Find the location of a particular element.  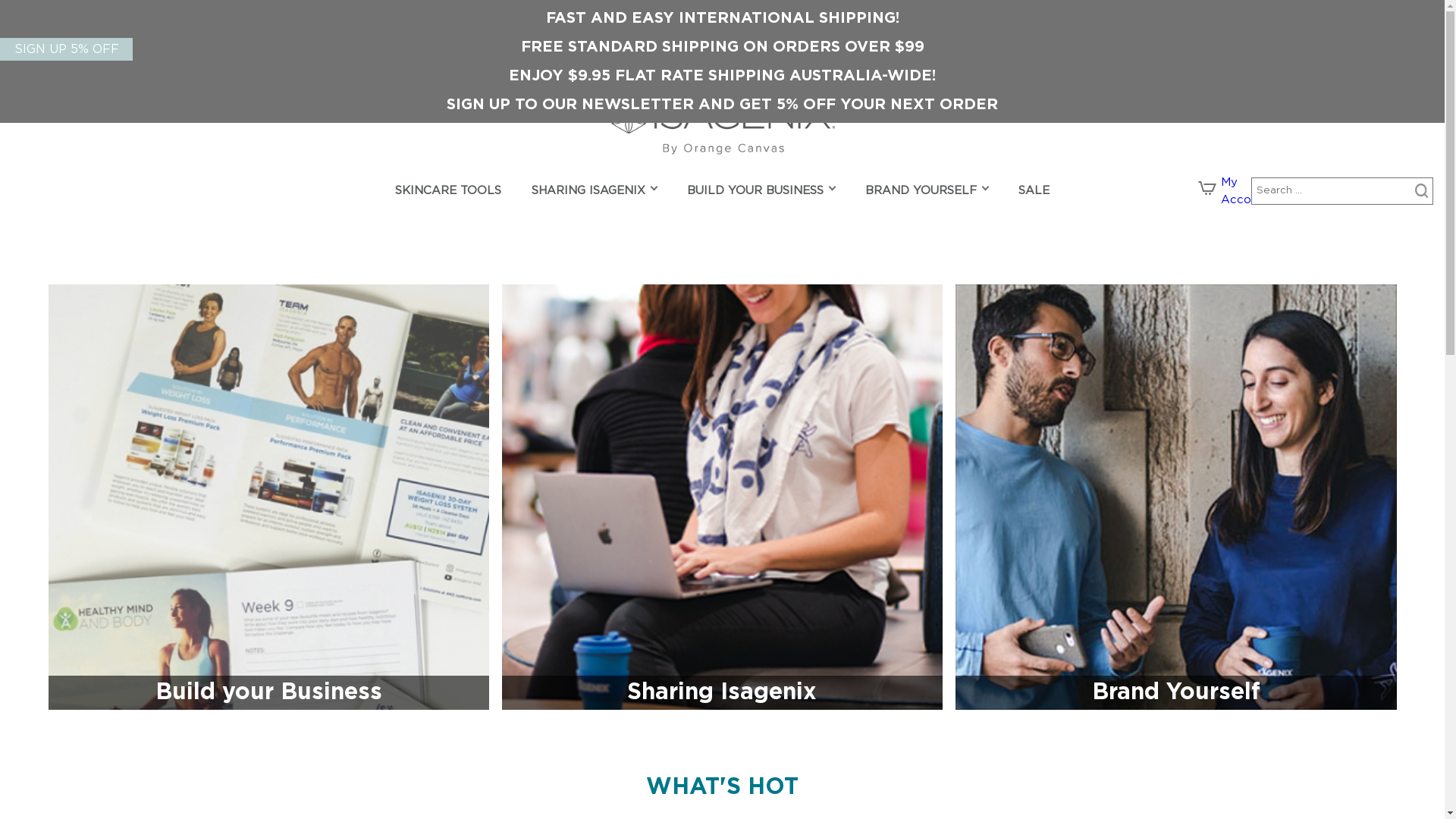

'SALE' is located at coordinates (1033, 192).